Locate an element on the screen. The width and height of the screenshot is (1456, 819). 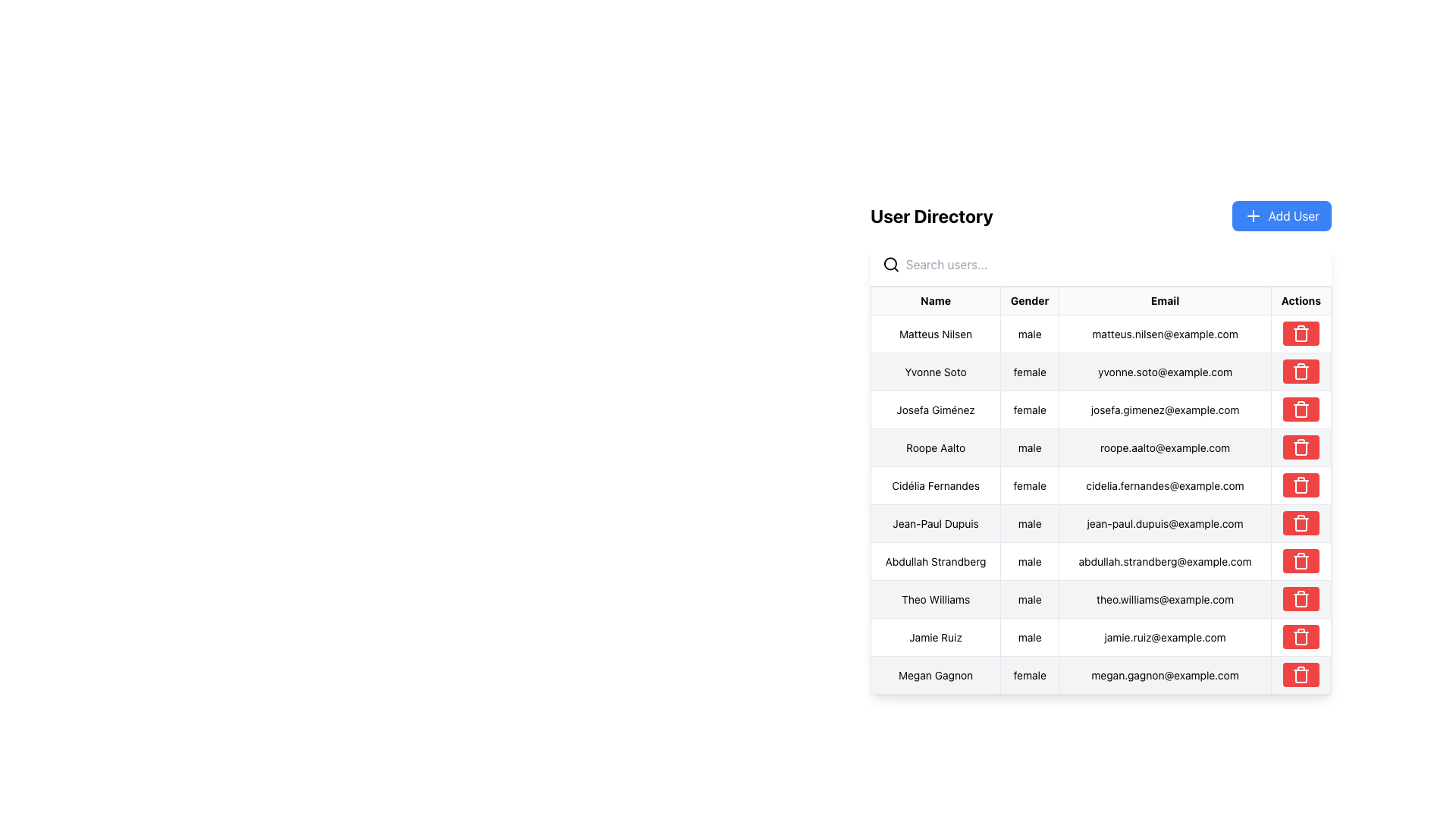
the static label representing the gender entry for user 'Megan Gagnon' in the 'User Directory' table, located in the 'Gender' column is located at coordinates (1030, 674).